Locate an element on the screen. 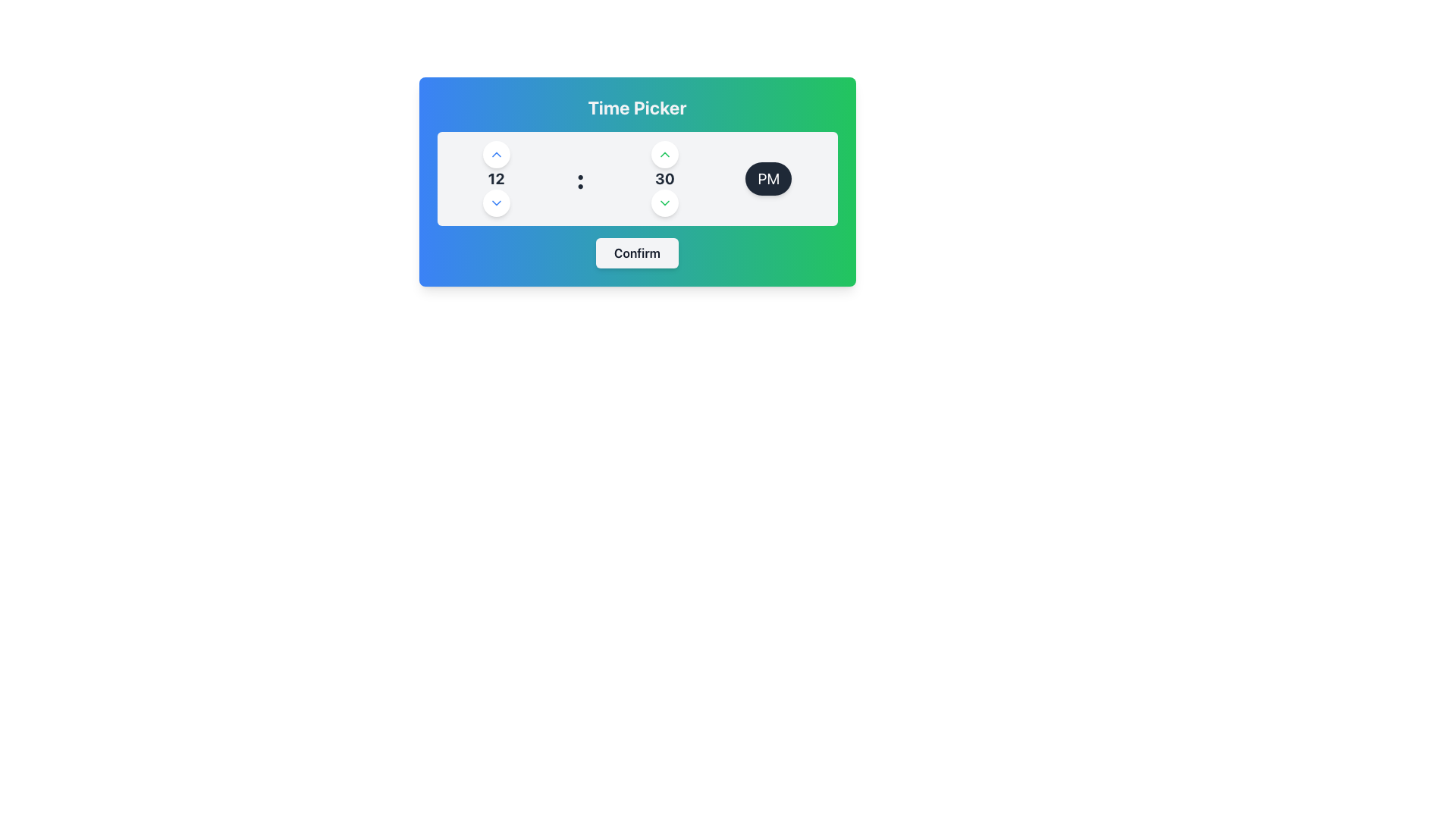  bold numeric text '12' displayed in the left vertical selector panel of the time picker interface to know the selected hour is located at coordinates (496, 177).